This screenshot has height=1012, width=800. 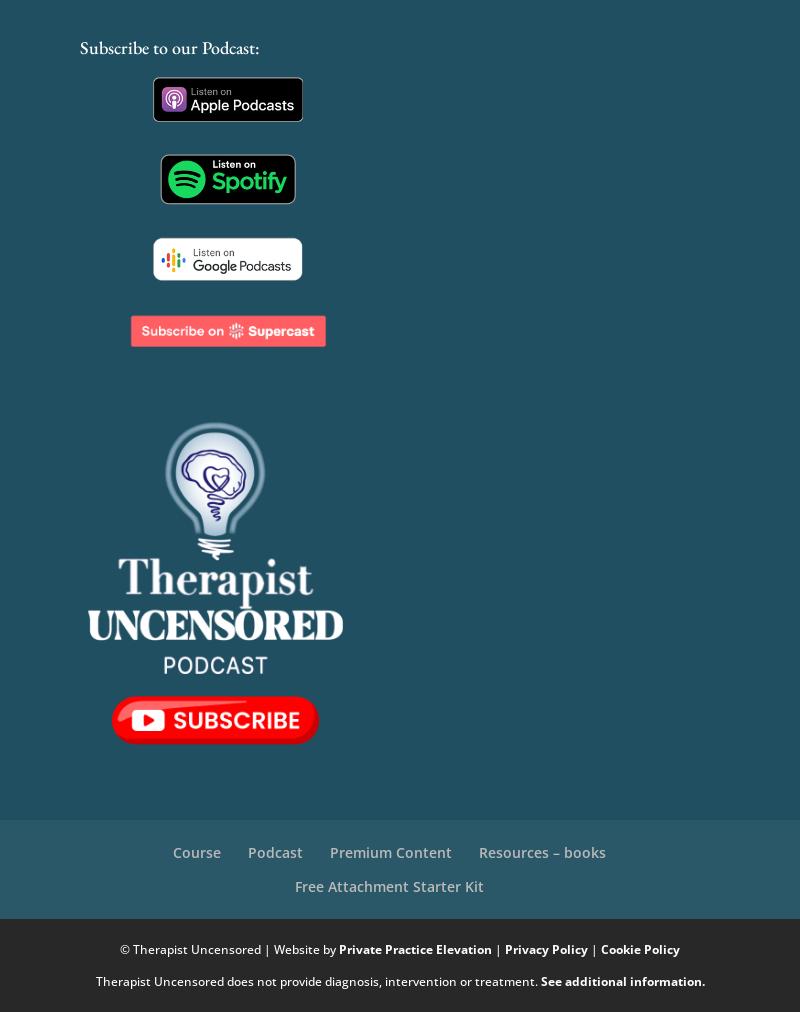 I want to click on 'Course', so click(x=195, y=850).